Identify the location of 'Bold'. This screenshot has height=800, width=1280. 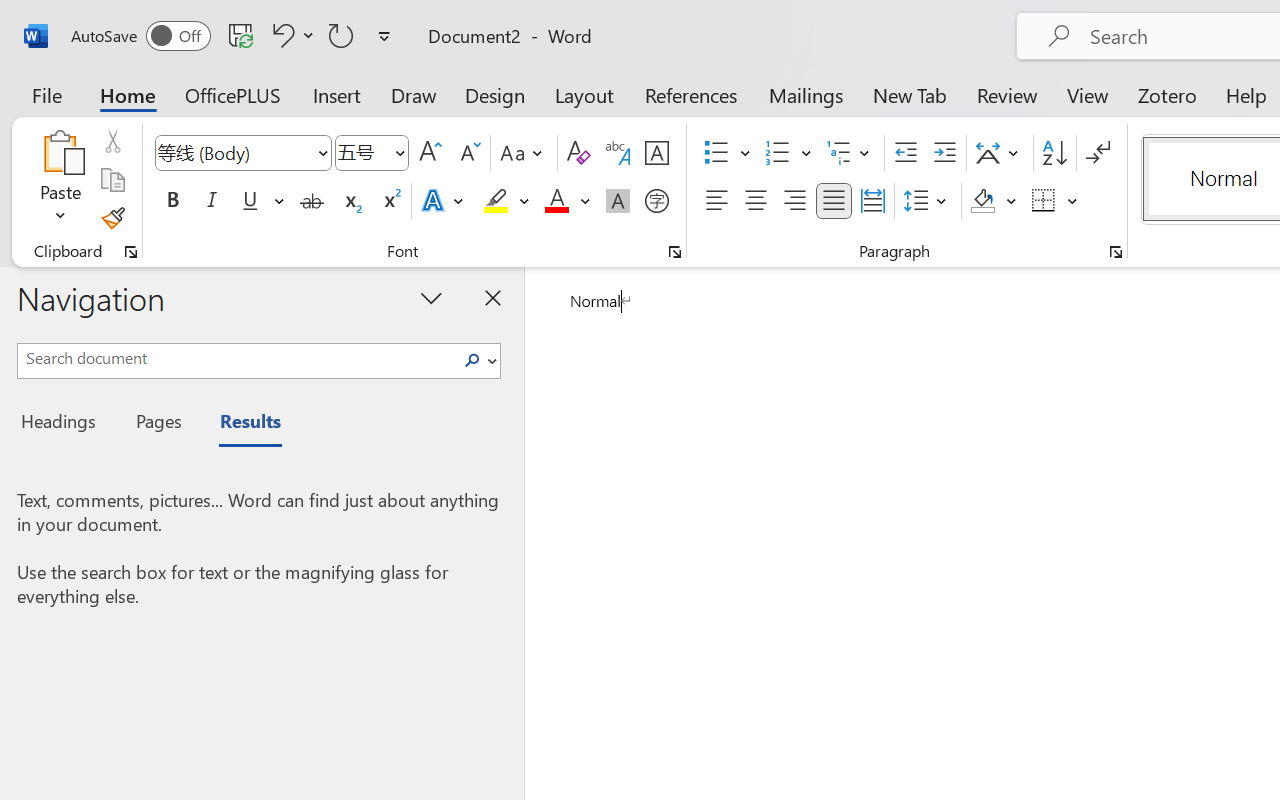
(172, 201).